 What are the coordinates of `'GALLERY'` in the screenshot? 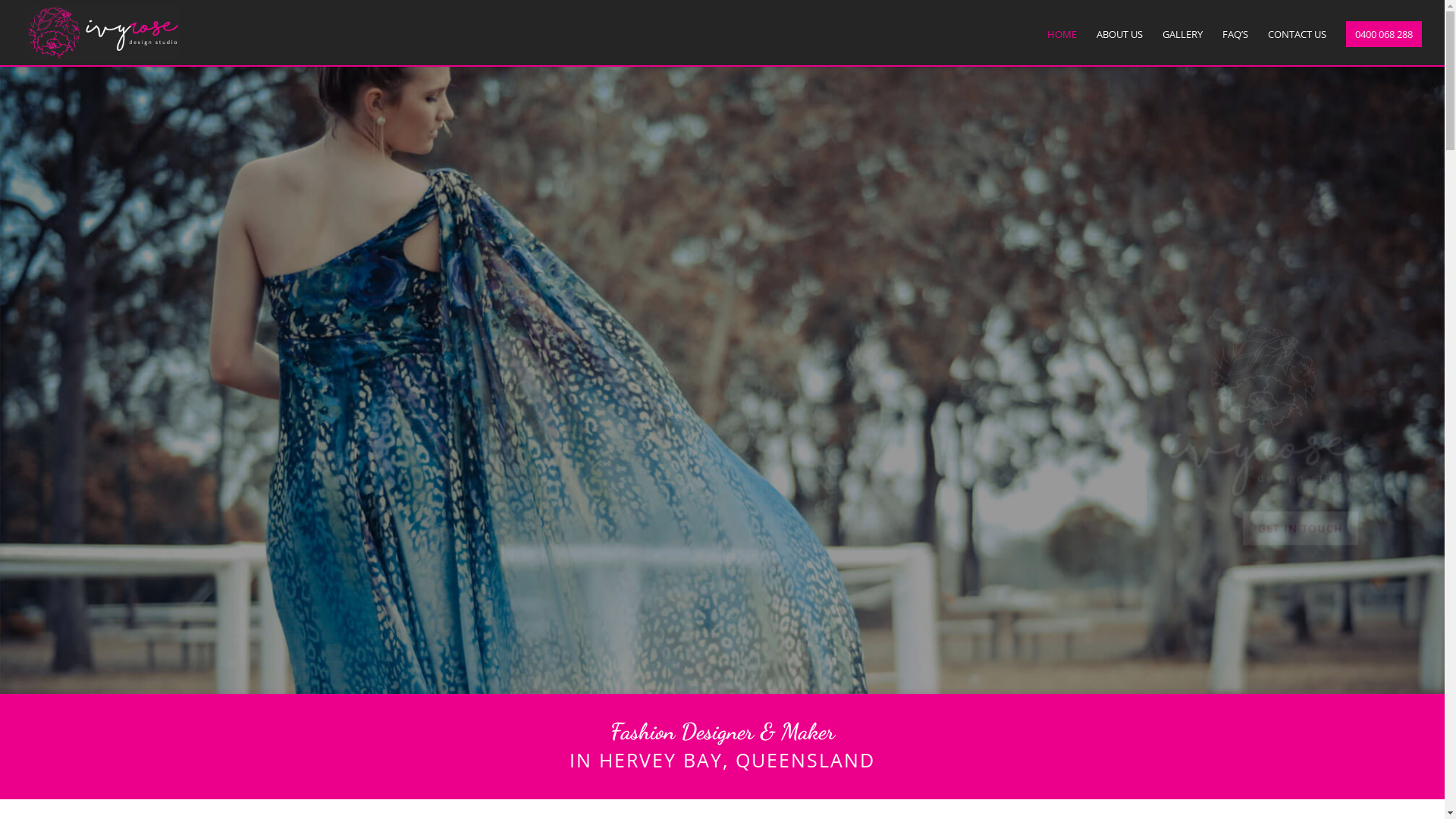 It's located at (1161, 43).